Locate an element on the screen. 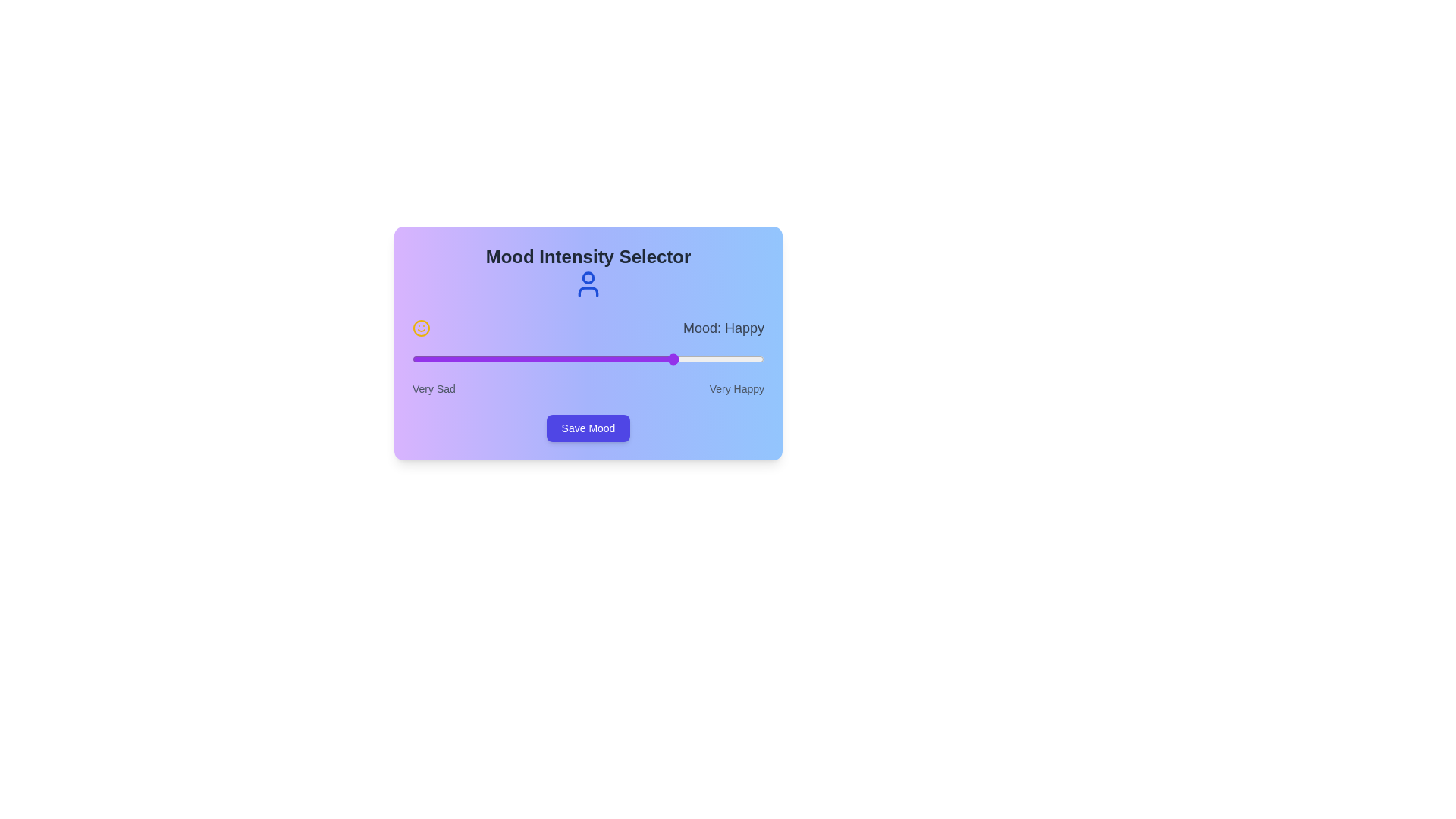 The width and height of the screenshot is (1456, 819). the mood level slider to 2 is located at coordinates (588, 359).